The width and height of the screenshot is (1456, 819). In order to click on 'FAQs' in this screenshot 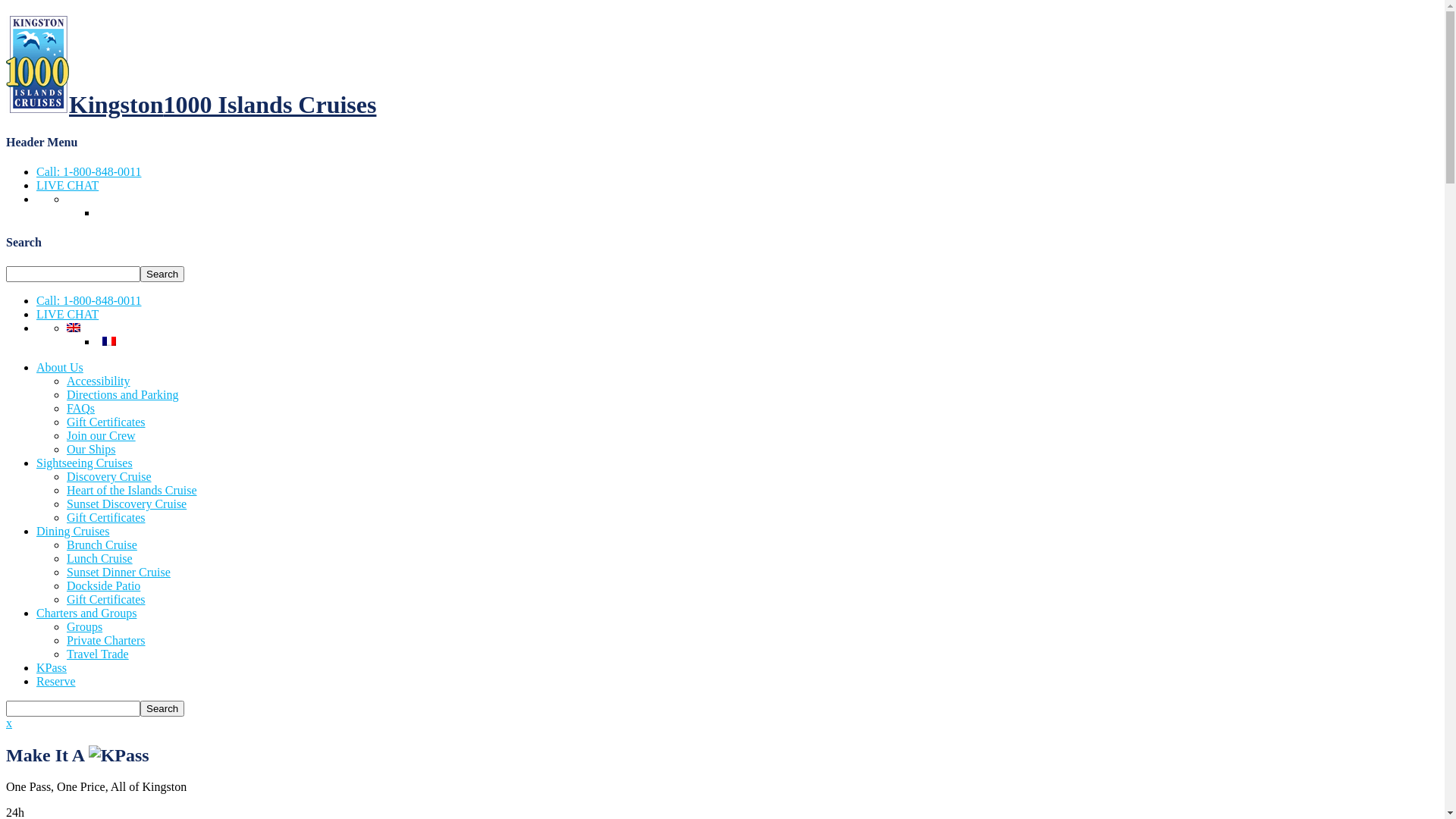, I will do `click(80, 407)`.